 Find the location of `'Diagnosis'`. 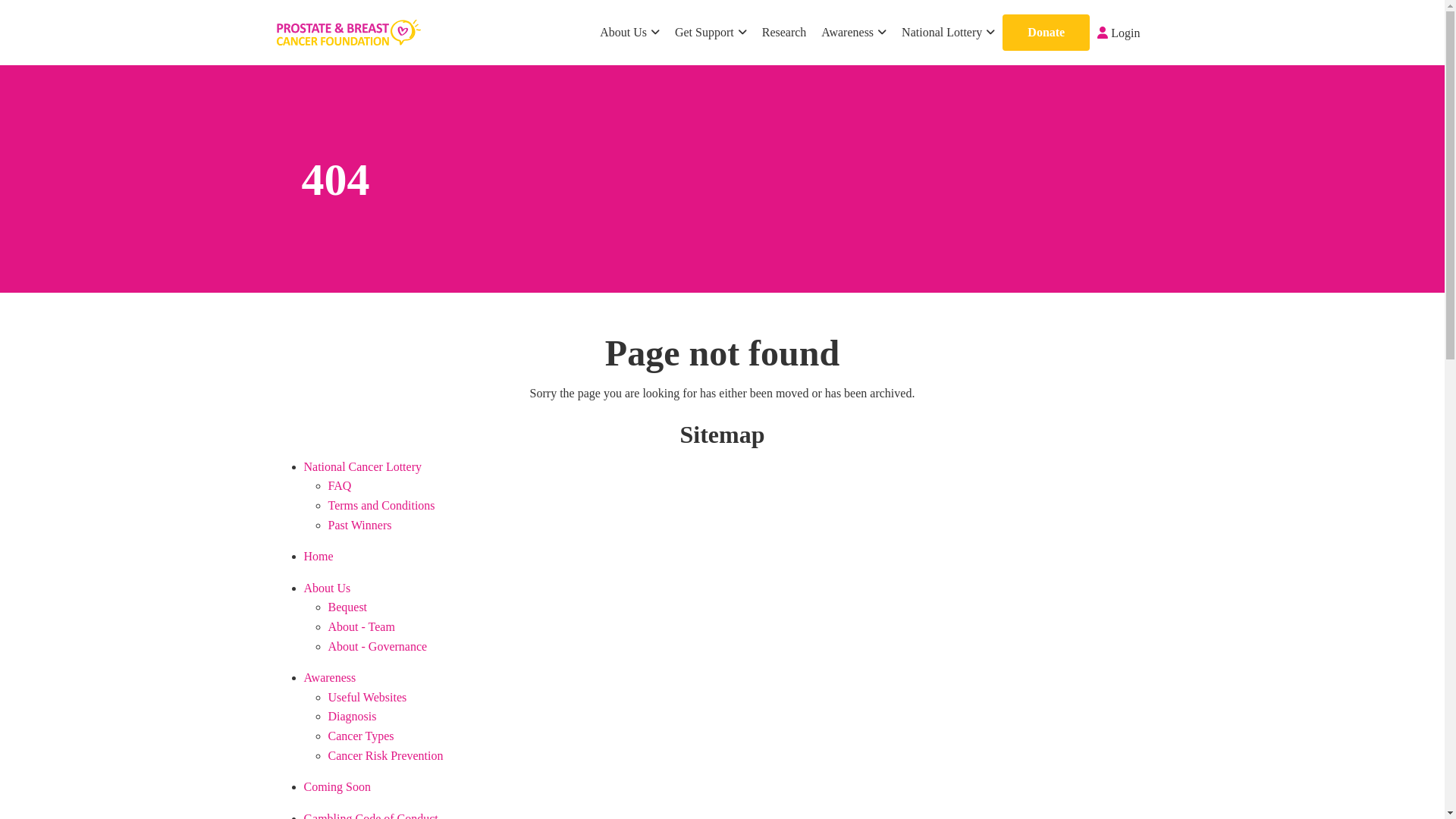

'Diagnosis' is located at coordinates (351, 716).